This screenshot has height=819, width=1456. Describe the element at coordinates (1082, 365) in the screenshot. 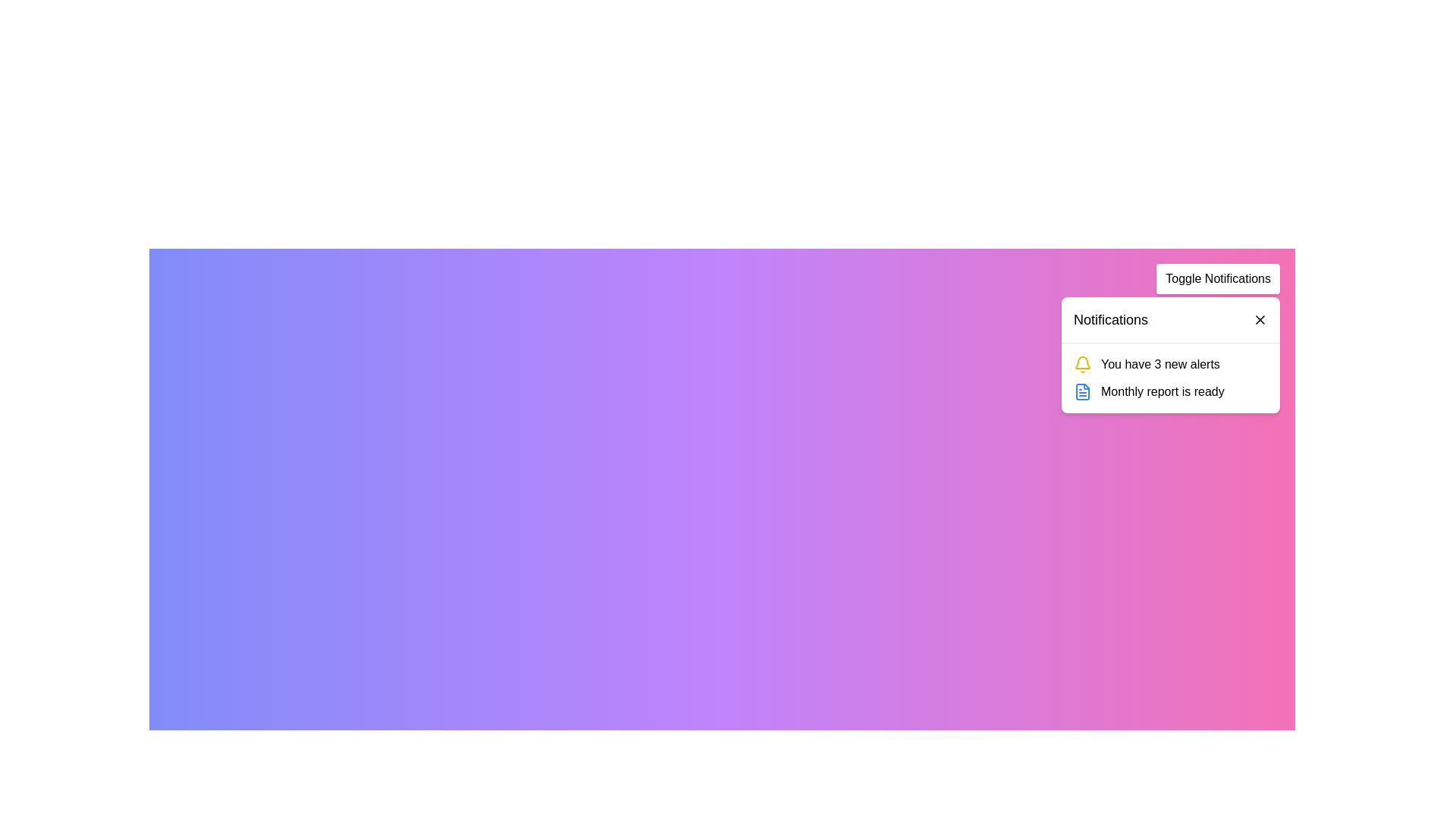

I see `the Bell icon at the leftmost part of the notification section` at that location.